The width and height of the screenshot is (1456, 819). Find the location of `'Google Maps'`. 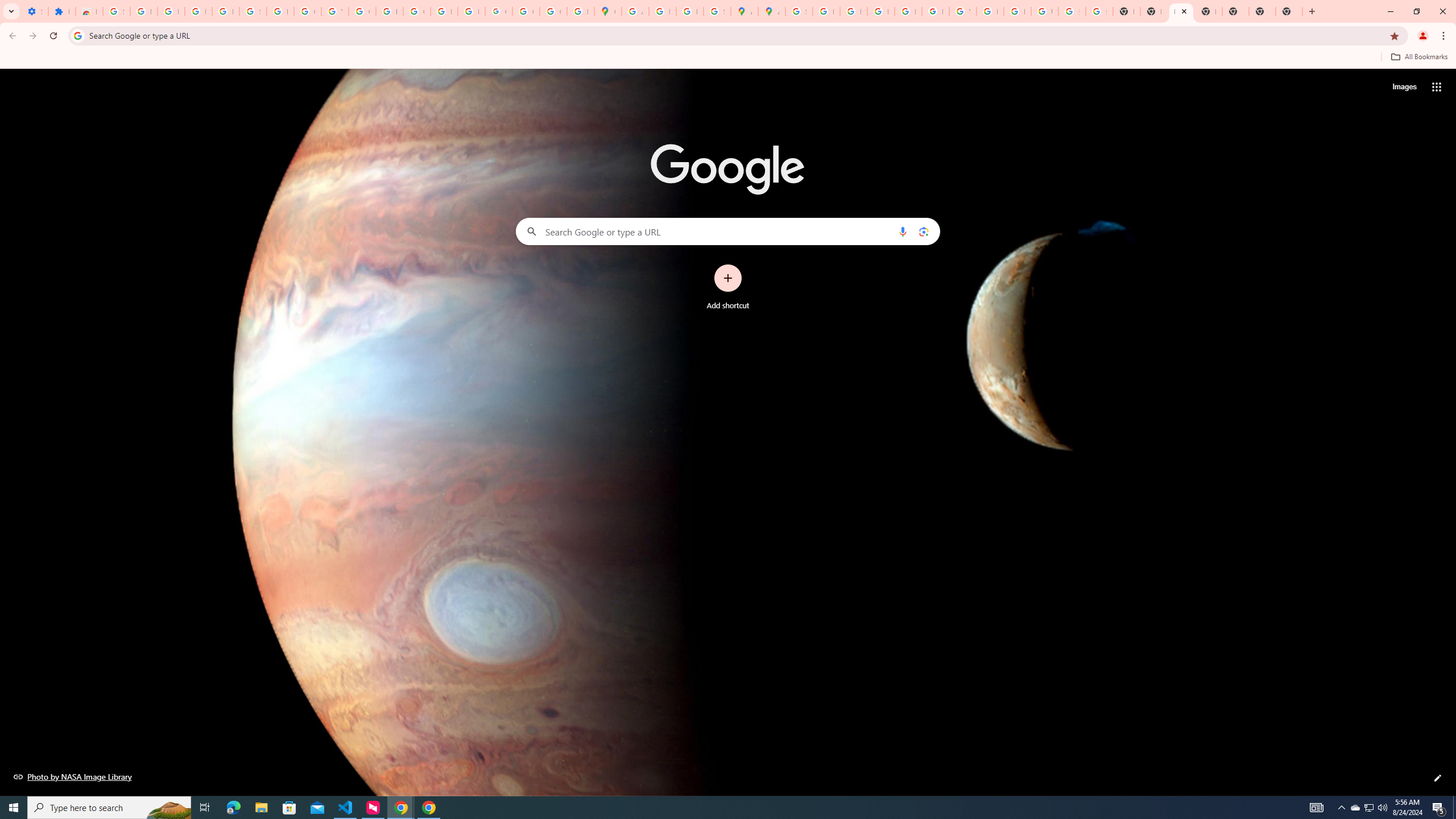

'Google Maps' is located at coordinates (607, 11).